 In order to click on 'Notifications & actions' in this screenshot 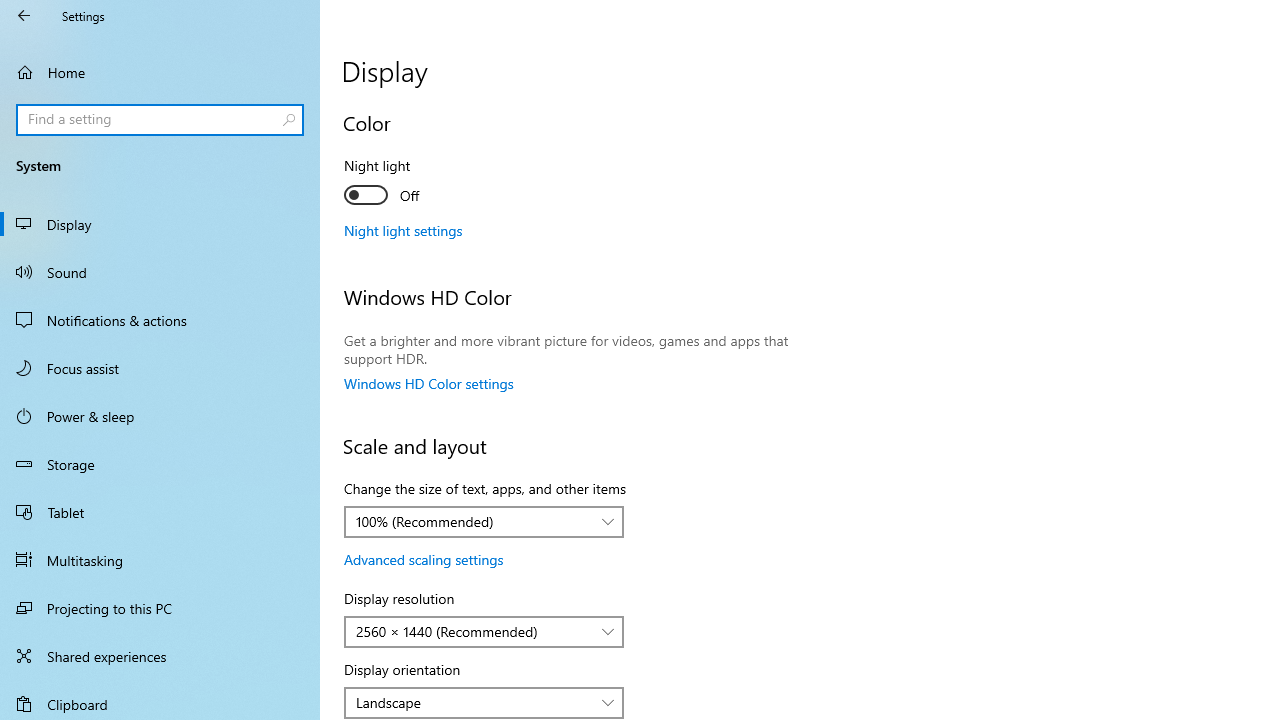, I will do `click(160, 319)`.